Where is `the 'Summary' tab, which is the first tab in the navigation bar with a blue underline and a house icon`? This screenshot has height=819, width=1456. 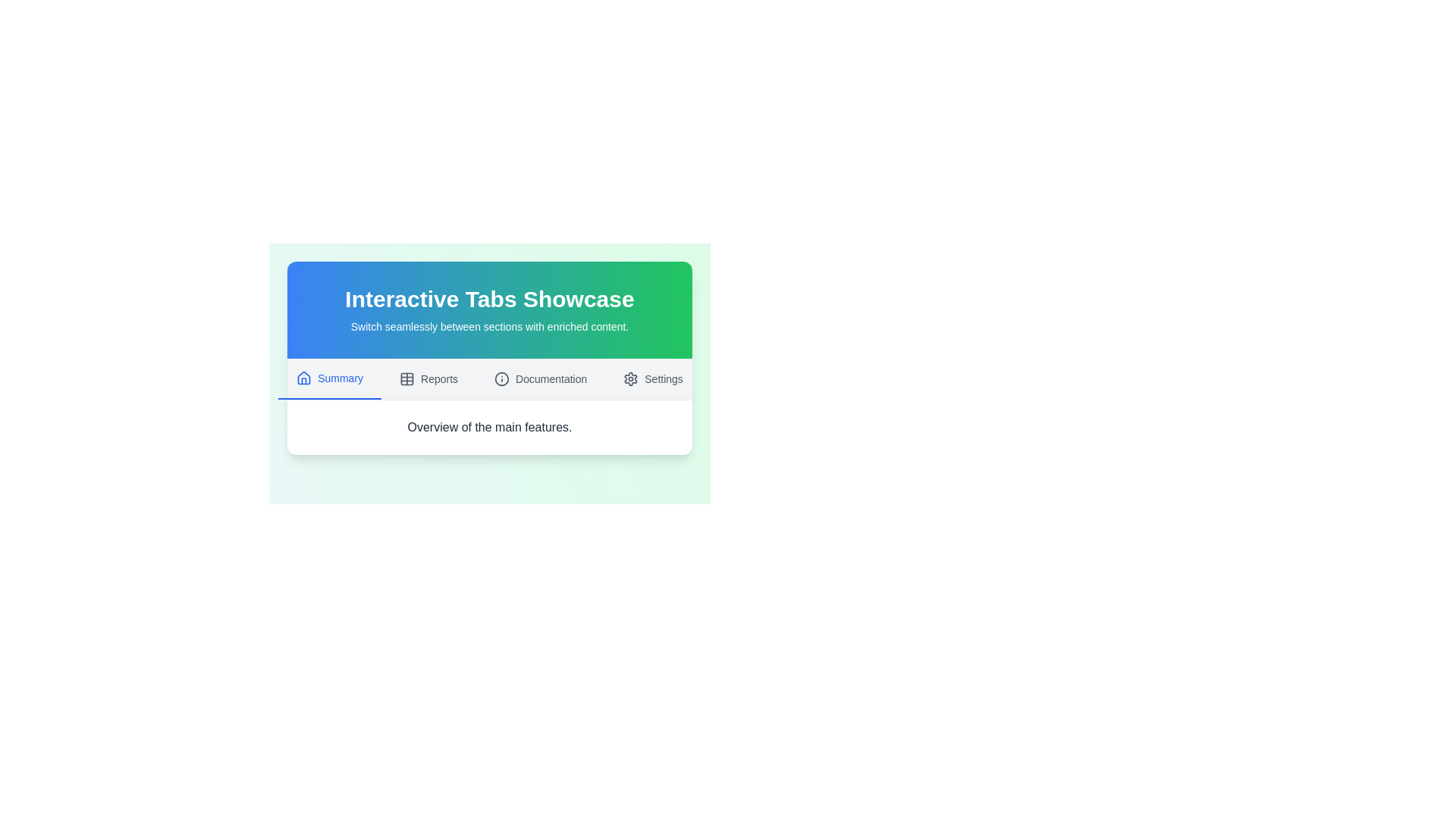 the 'Summary' tab, which is the first tab in the navigation bar with a blue underline and a house icon is located at coordinates (329, 378).